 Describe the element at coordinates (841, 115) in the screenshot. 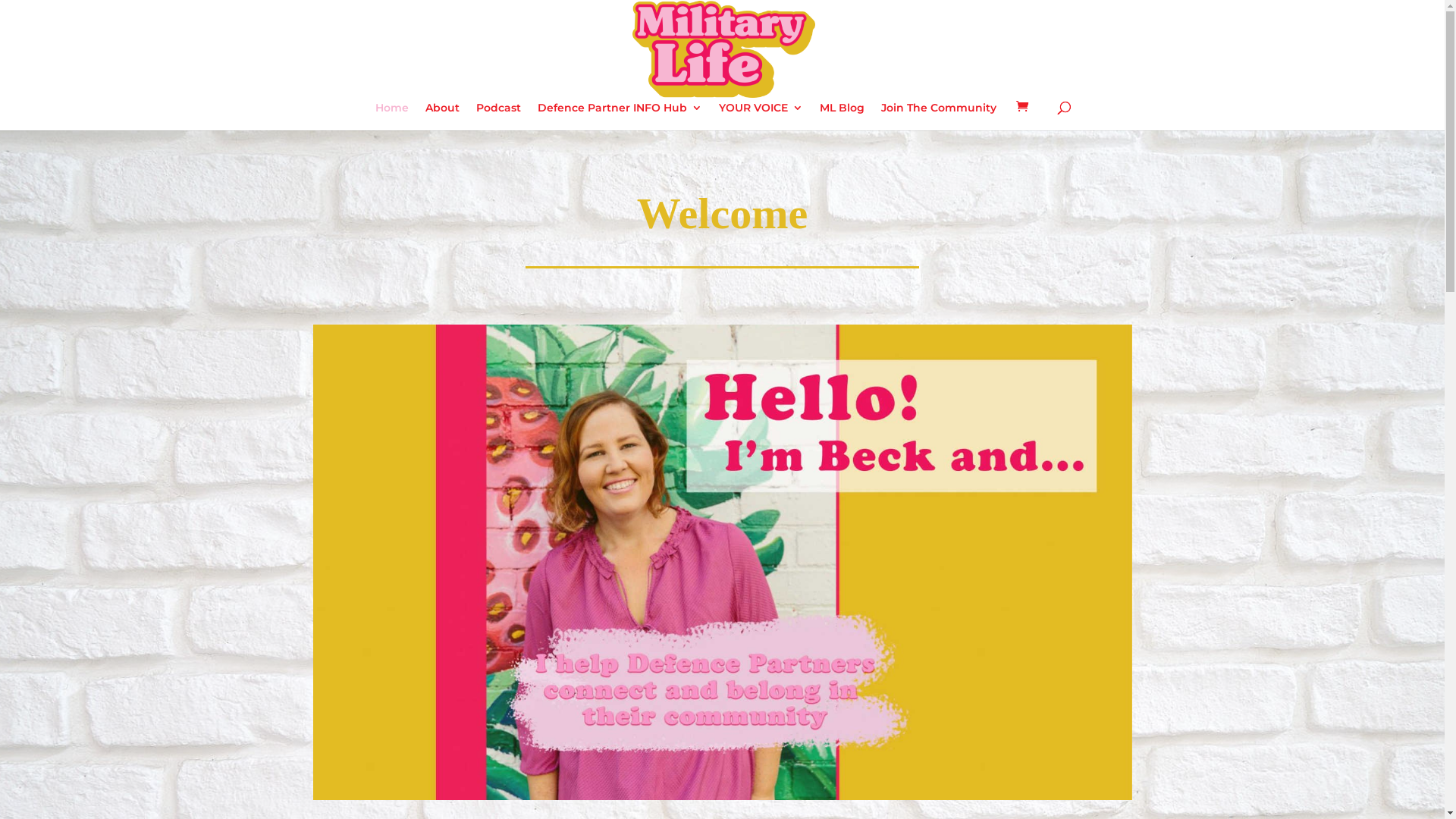

I see `'ML Blog'` at that location.